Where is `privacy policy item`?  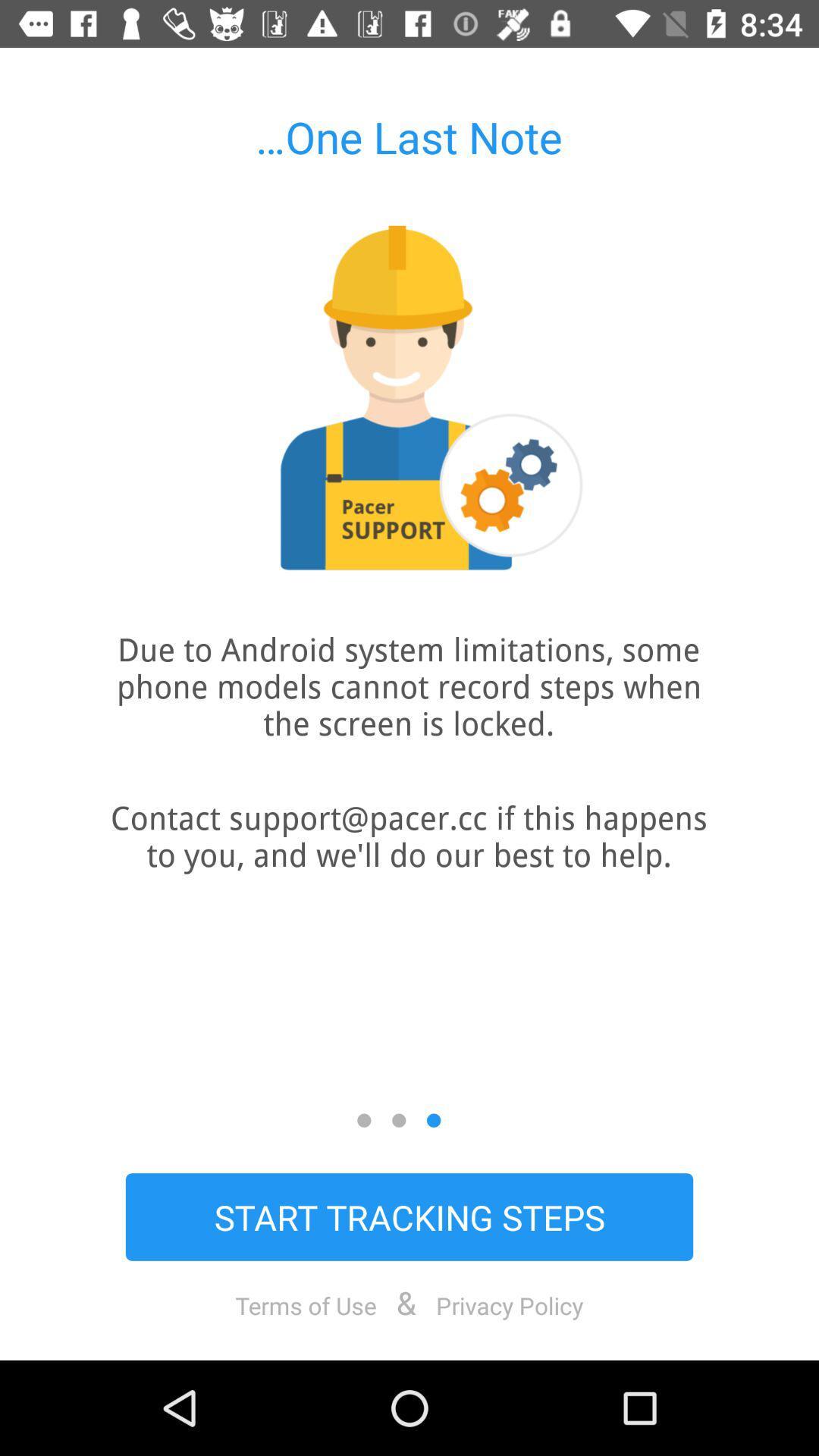
privacy policy item is located at coordinates (510, 1304).